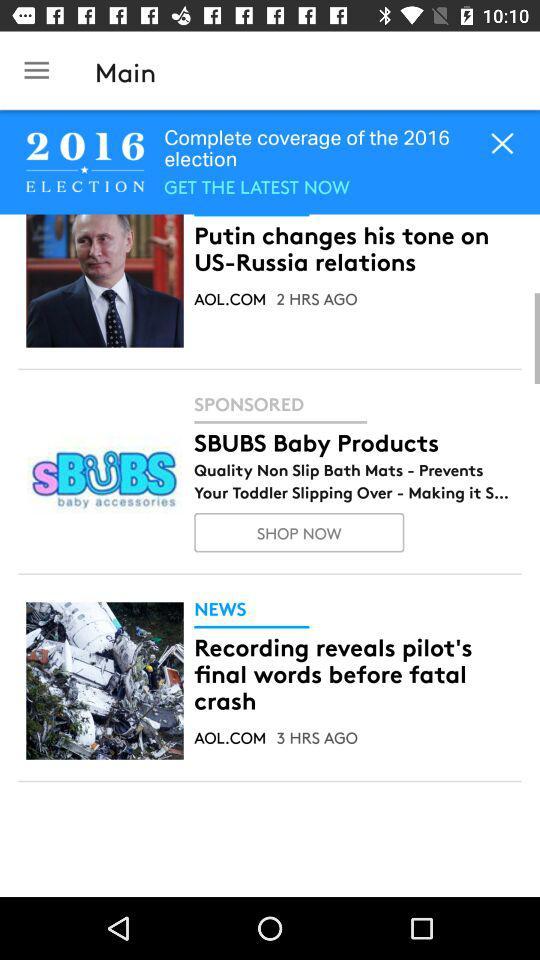 Image resolution: width=540 pixels, height=960 pixels. I want to click on the close icon, so click(501, 144).